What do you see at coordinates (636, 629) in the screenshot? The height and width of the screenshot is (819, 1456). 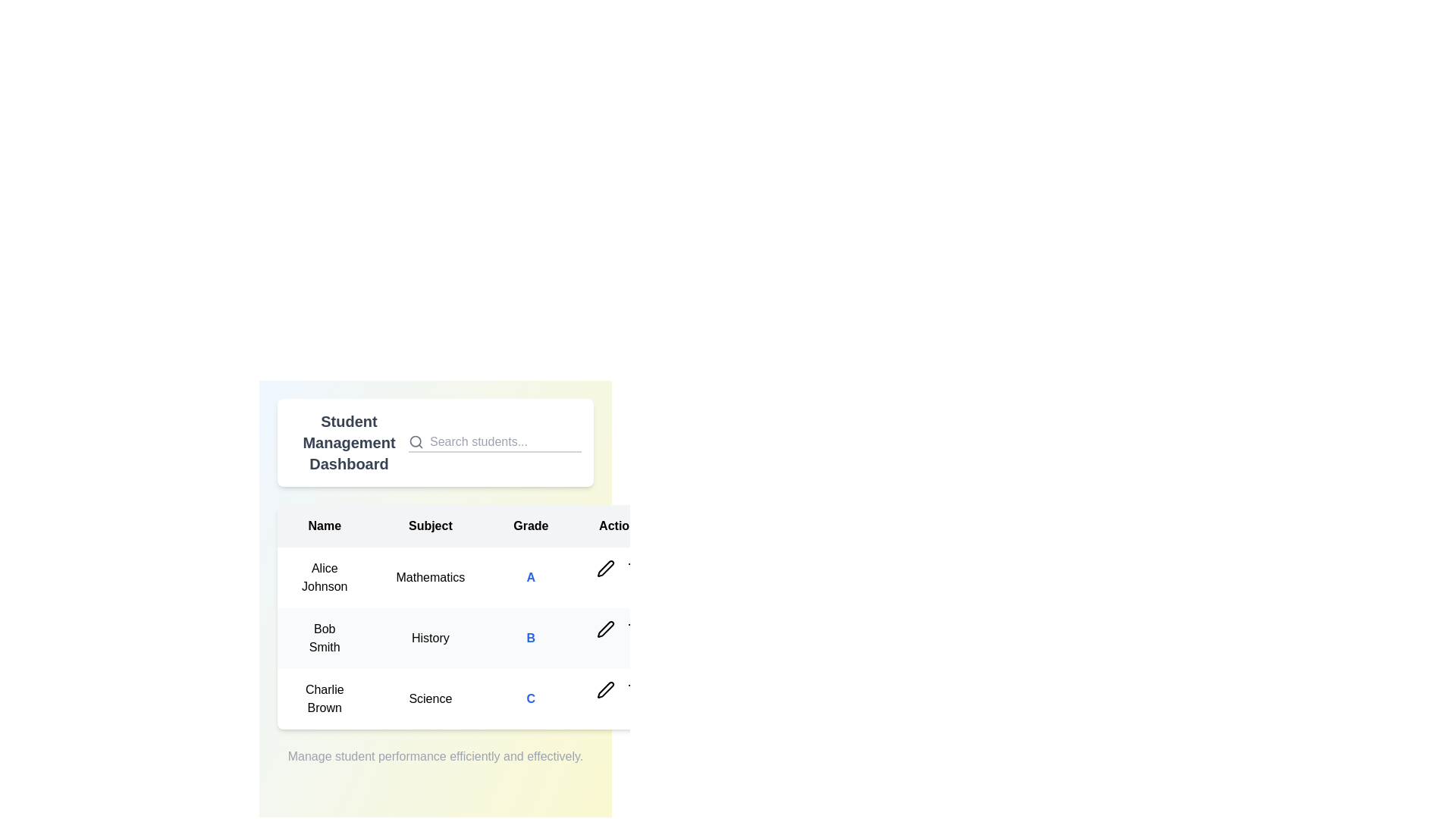 I see `the delete button in the action column of the second row corresponding to 'Bob Smith' in the data table` at bounding box center [636, 629].